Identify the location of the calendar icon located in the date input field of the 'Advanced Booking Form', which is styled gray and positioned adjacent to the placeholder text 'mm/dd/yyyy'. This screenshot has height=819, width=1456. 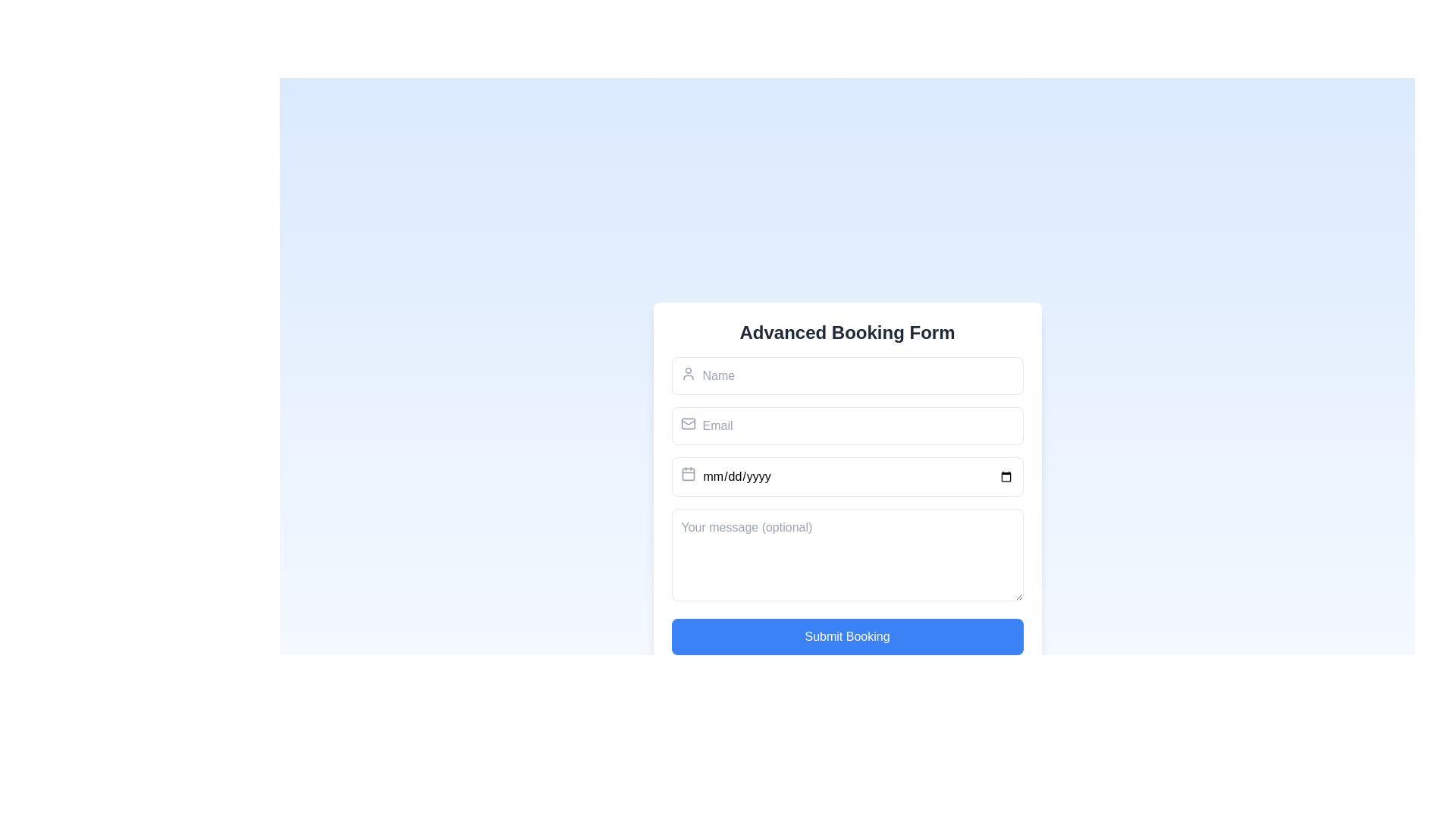
(687, 472).